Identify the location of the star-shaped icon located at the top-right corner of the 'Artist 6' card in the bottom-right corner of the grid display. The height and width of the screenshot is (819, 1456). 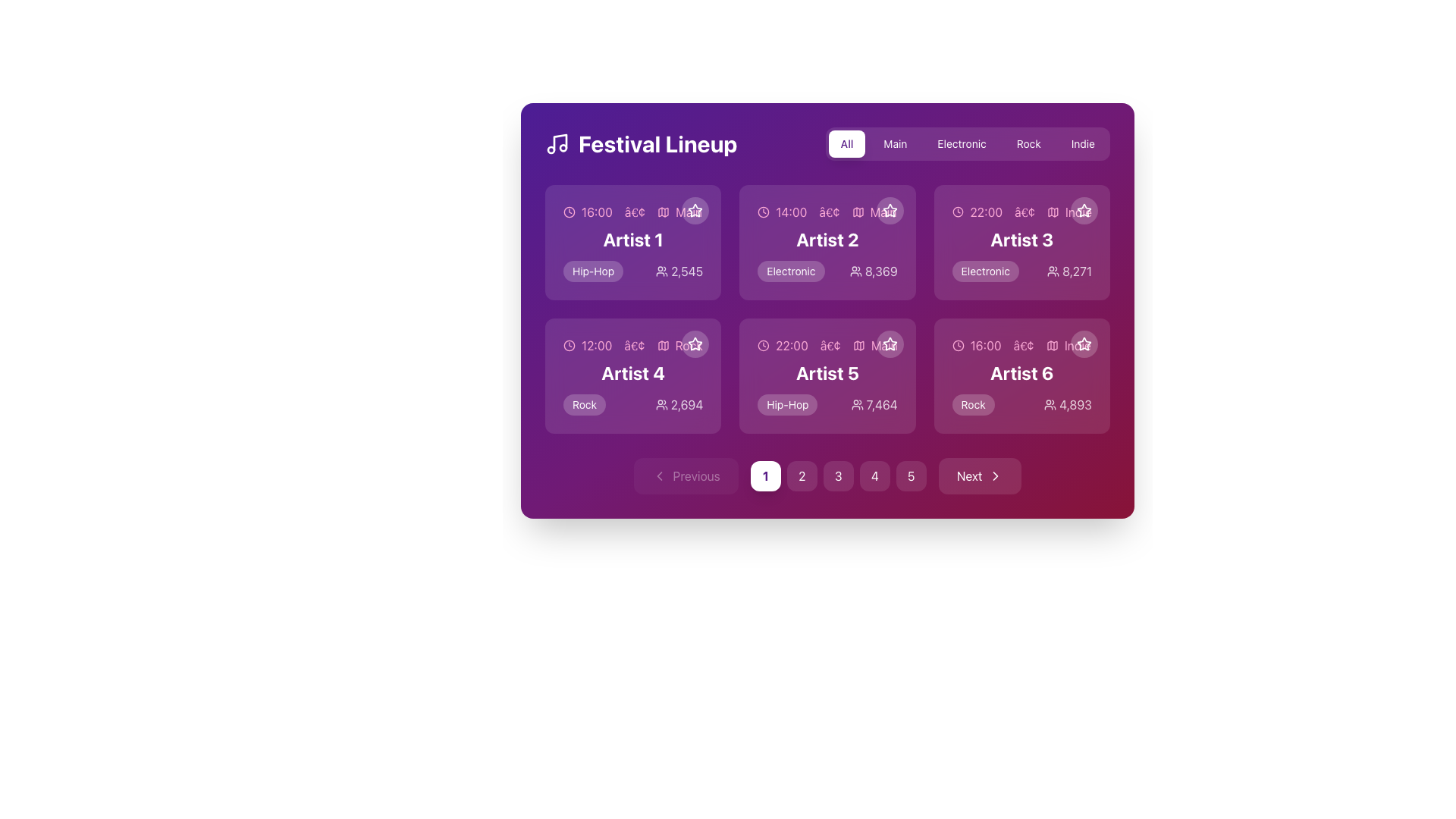
(1084, 344).